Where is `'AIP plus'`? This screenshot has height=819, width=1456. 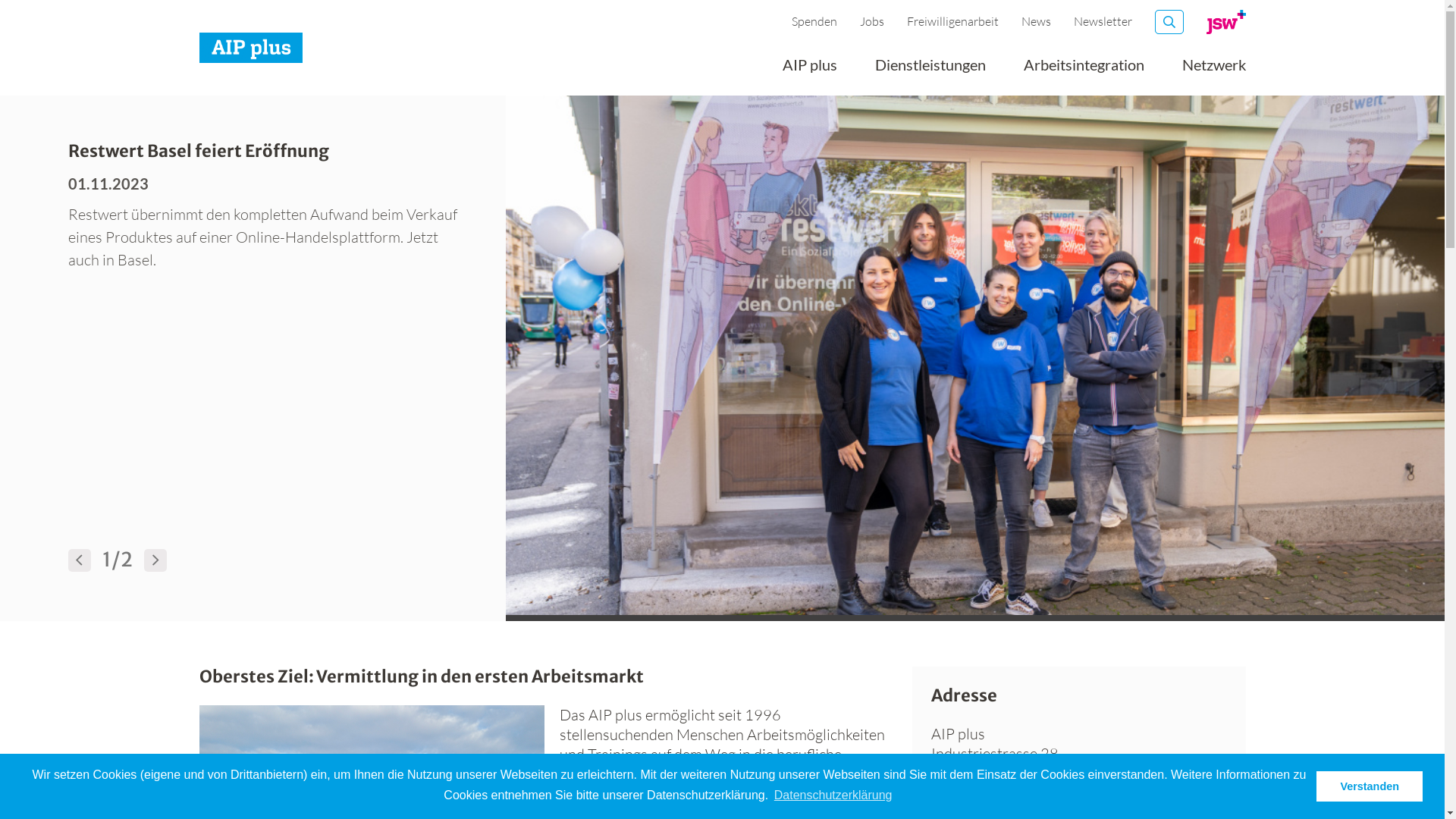 'AIP plus' is located at coordinates (808, 70).